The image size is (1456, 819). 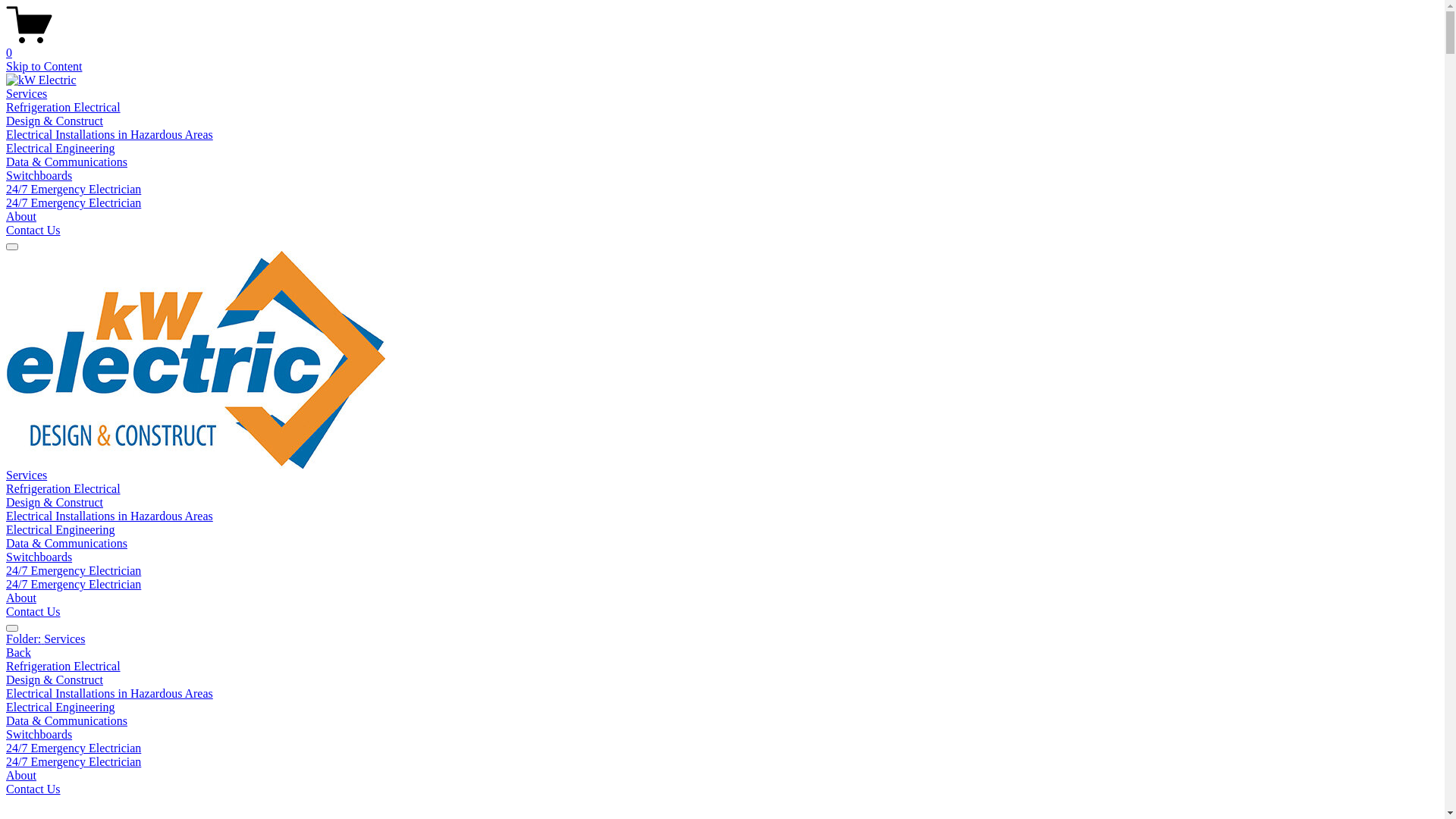 What do you see at coordinates (6, 515) in the screenshot?
I see `'Electrical Installations in Hazardous Areas'` at bounding box center [6, 515].